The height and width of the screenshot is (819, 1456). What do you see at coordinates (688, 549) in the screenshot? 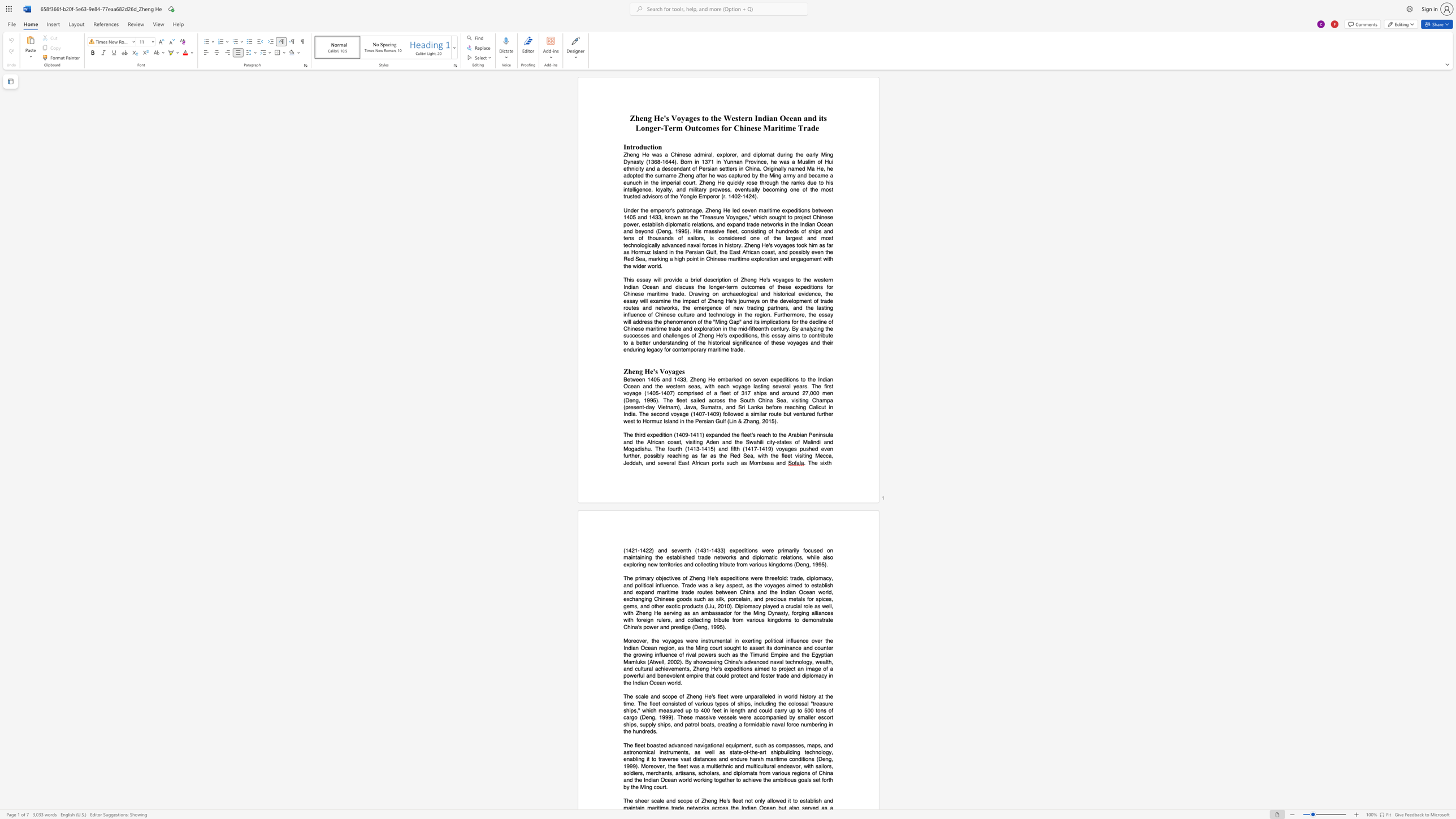
I see `the space between the continuous character "t" and "h" in the text` at bounding box center [688, 549].